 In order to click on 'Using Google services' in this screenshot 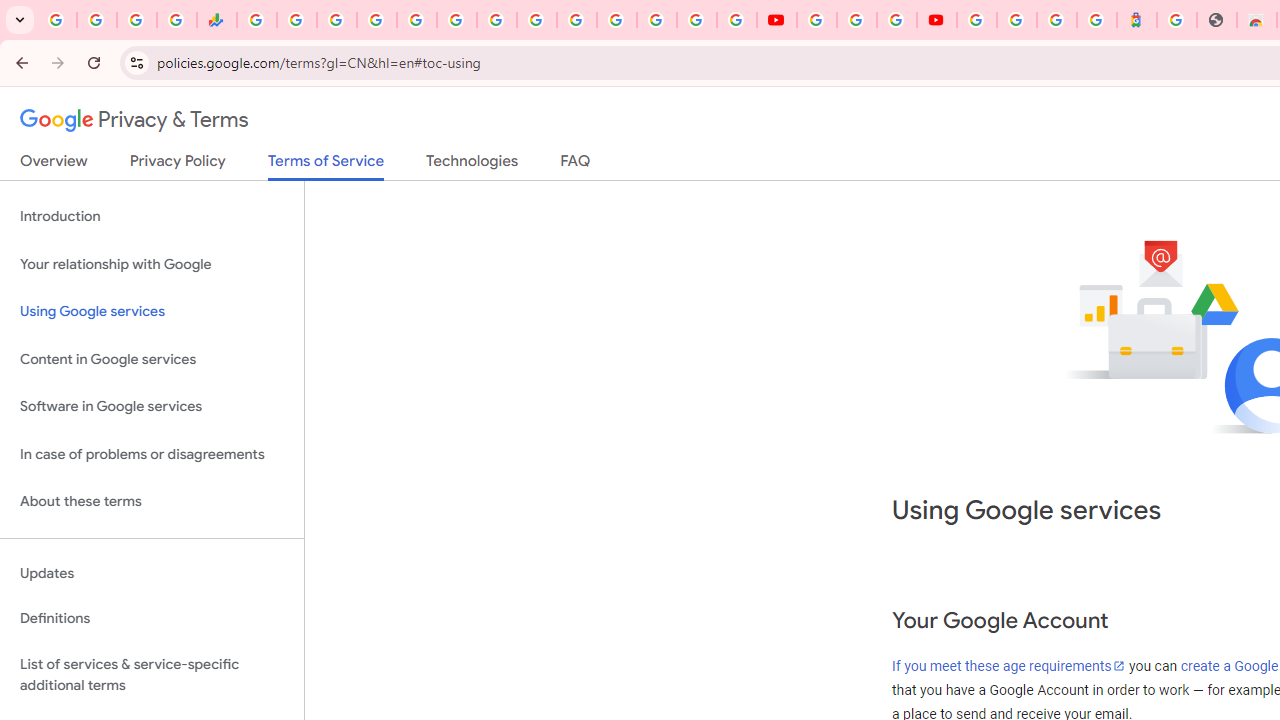, I will do `click(151, 312)`.